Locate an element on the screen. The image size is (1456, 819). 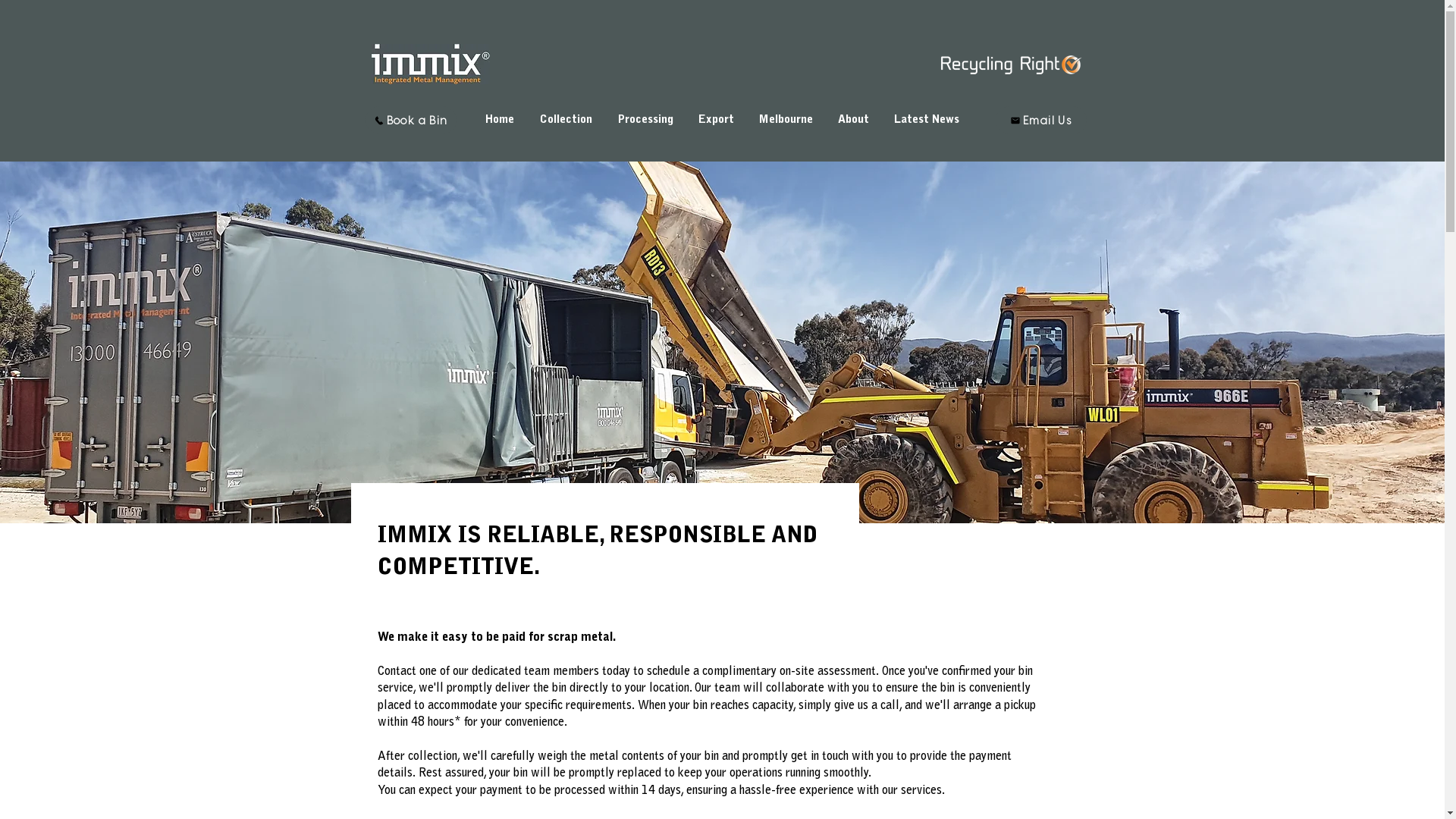
'Home' is located at coordinates (472, 119).